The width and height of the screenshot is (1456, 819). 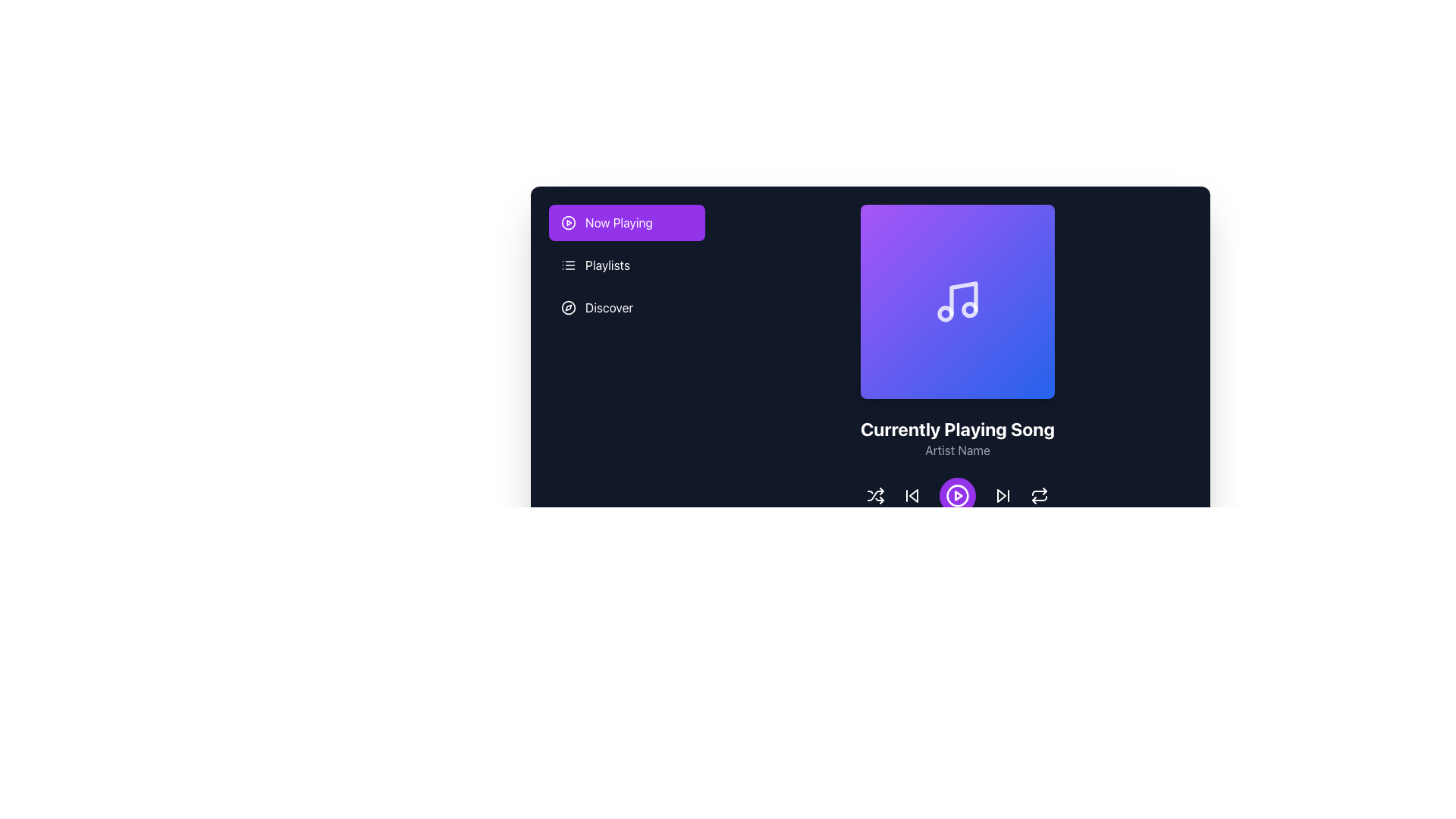 I want to click on the text label displaying the name of the artist associated with the currently playing song, which is located below the 'Currently Playing Song' text, so click(x=956, y=450).